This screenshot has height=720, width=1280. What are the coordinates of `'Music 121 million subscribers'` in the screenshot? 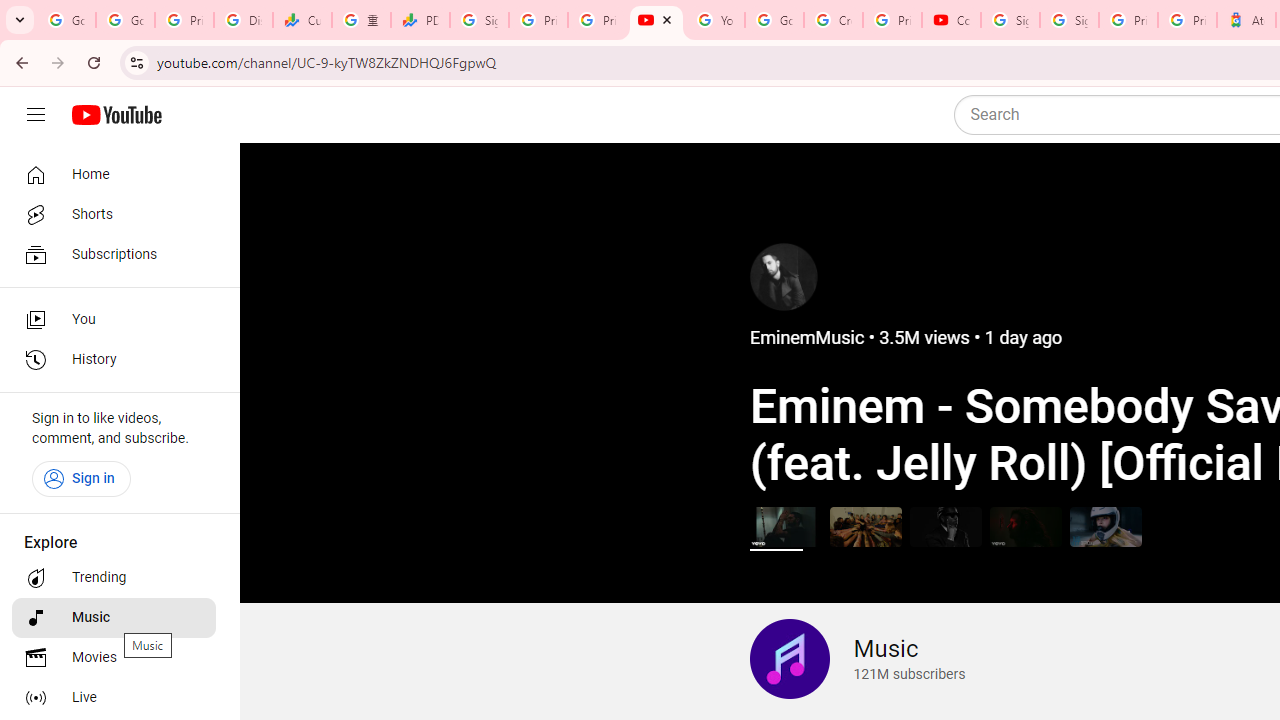 It's located at (857, 659).